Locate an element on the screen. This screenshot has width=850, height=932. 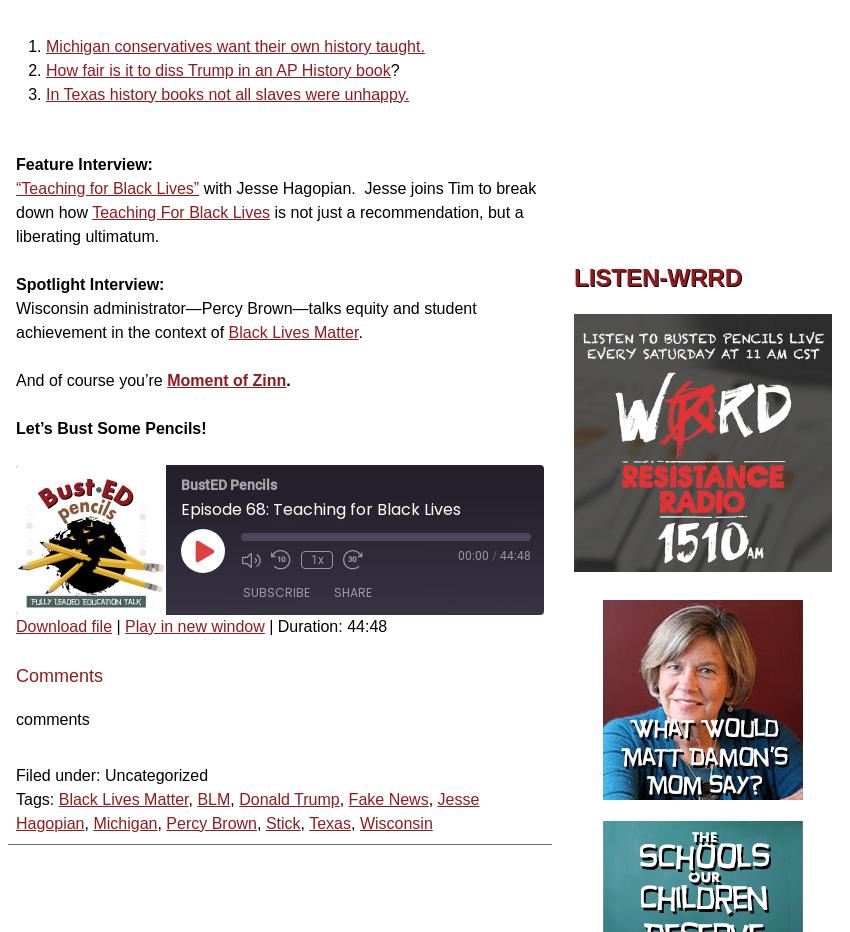
'How fair is it to diss Trump in an AP History book' is located at coordinates (218, 69).